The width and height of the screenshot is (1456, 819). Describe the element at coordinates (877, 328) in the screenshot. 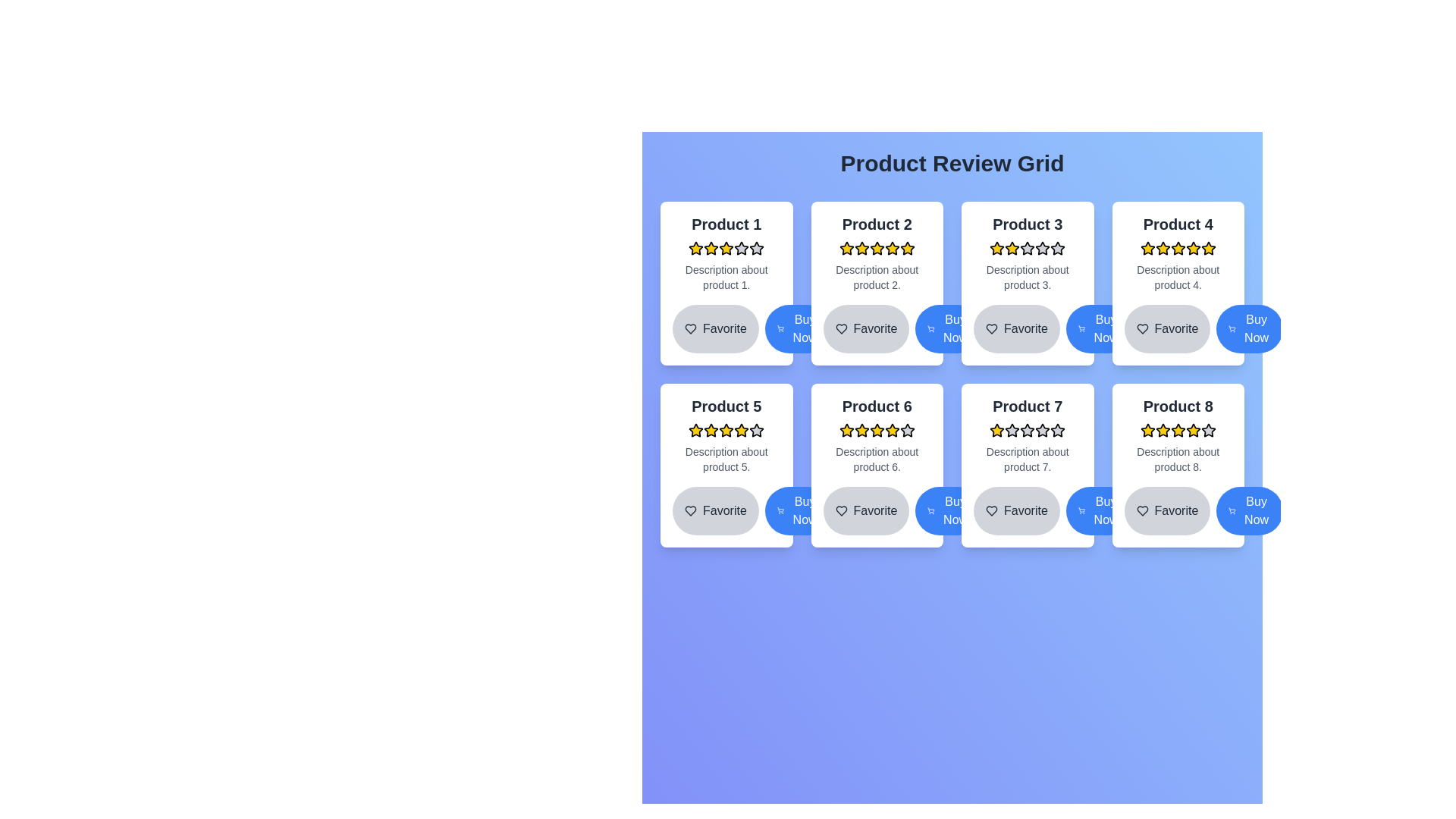

I see `the favorite button located below 'Product 2' and to the left of the 'Buy Now' button` at that location.